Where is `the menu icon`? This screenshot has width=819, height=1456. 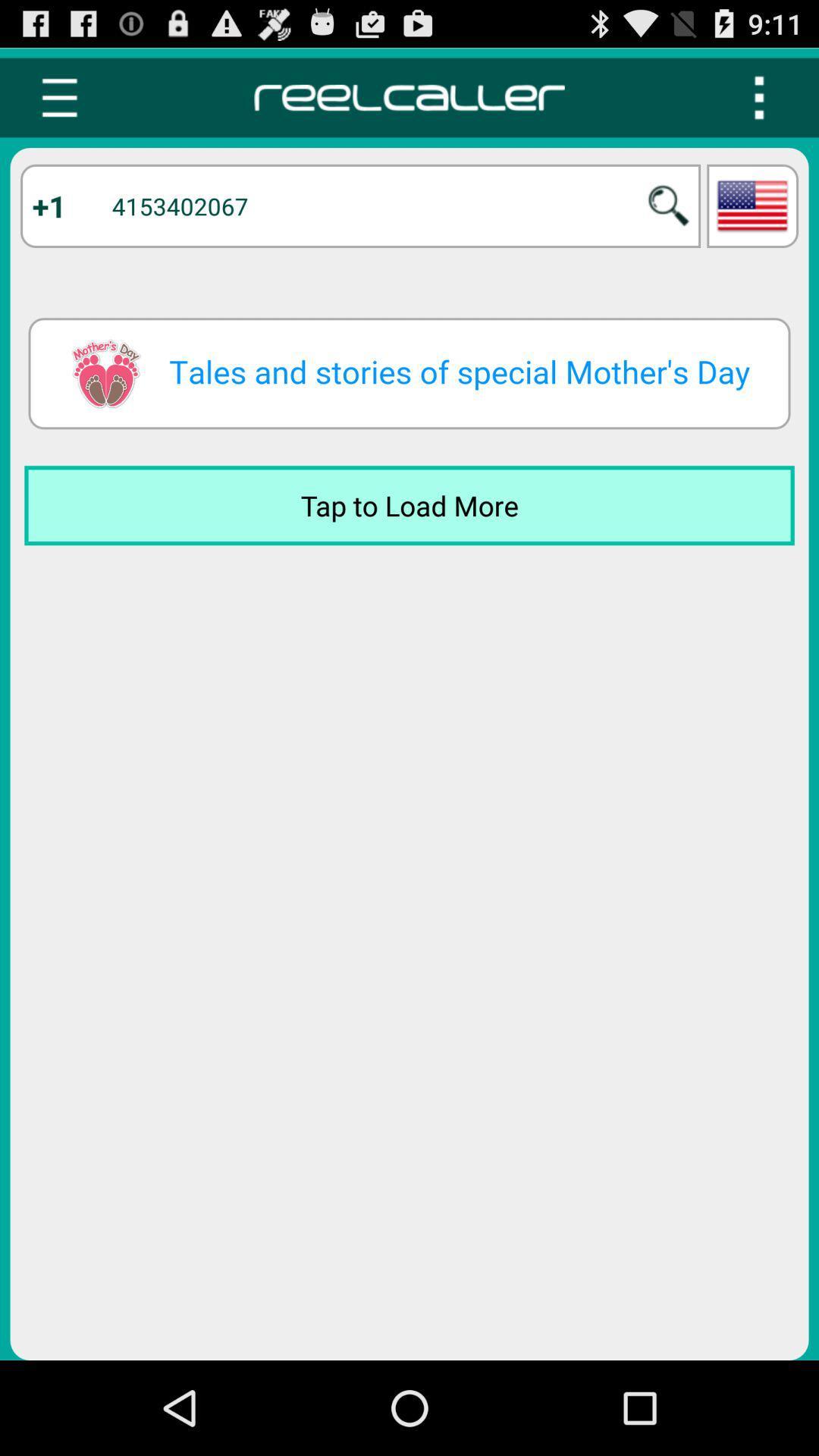 the menu icon is located at coordinates (58, 104).